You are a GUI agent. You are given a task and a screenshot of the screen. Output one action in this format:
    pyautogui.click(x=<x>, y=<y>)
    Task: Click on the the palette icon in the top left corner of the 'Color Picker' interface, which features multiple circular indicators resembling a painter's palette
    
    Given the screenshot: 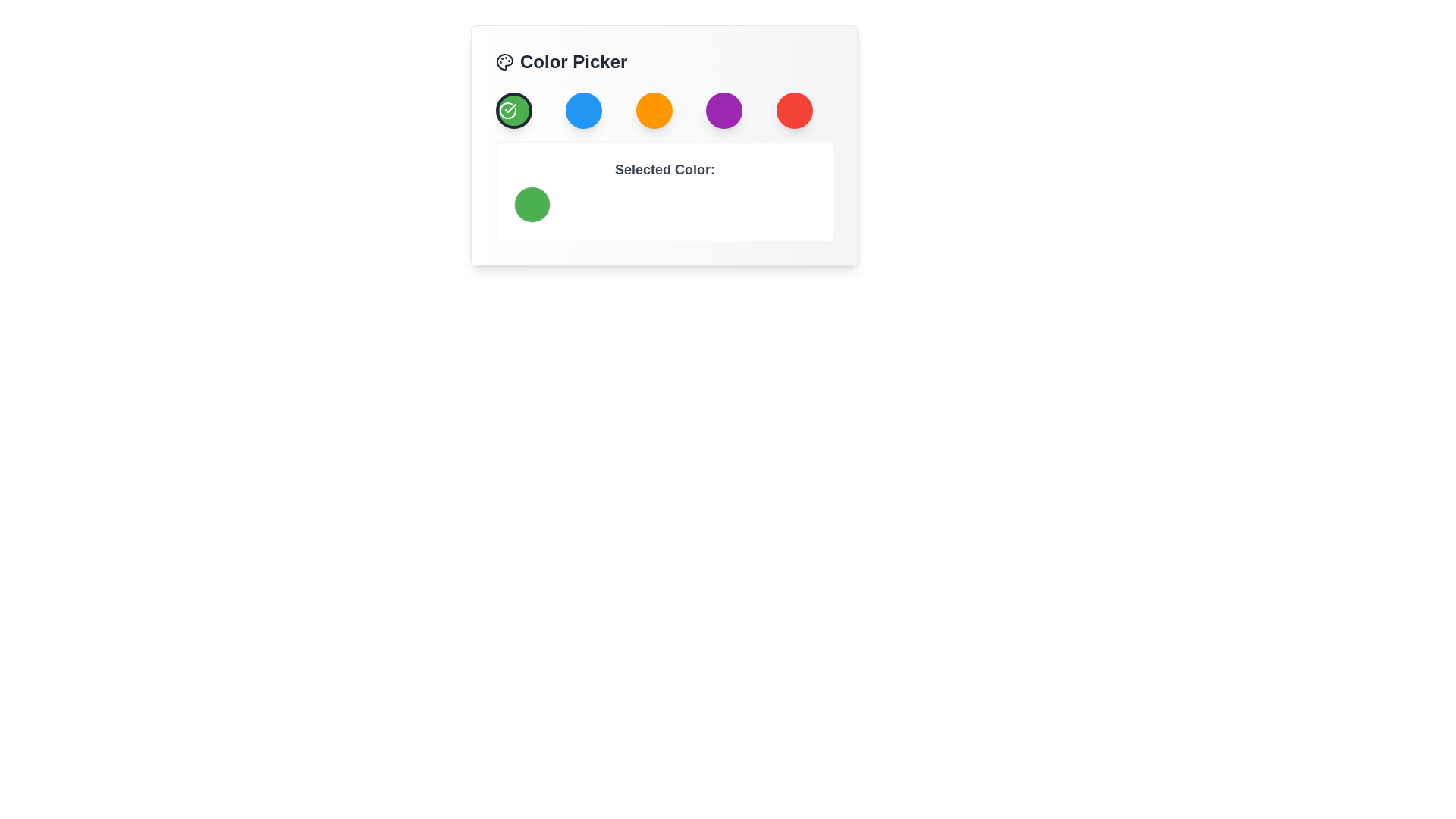 What is the action you would take?
    pyautogui.click(x=505, y=61)
    